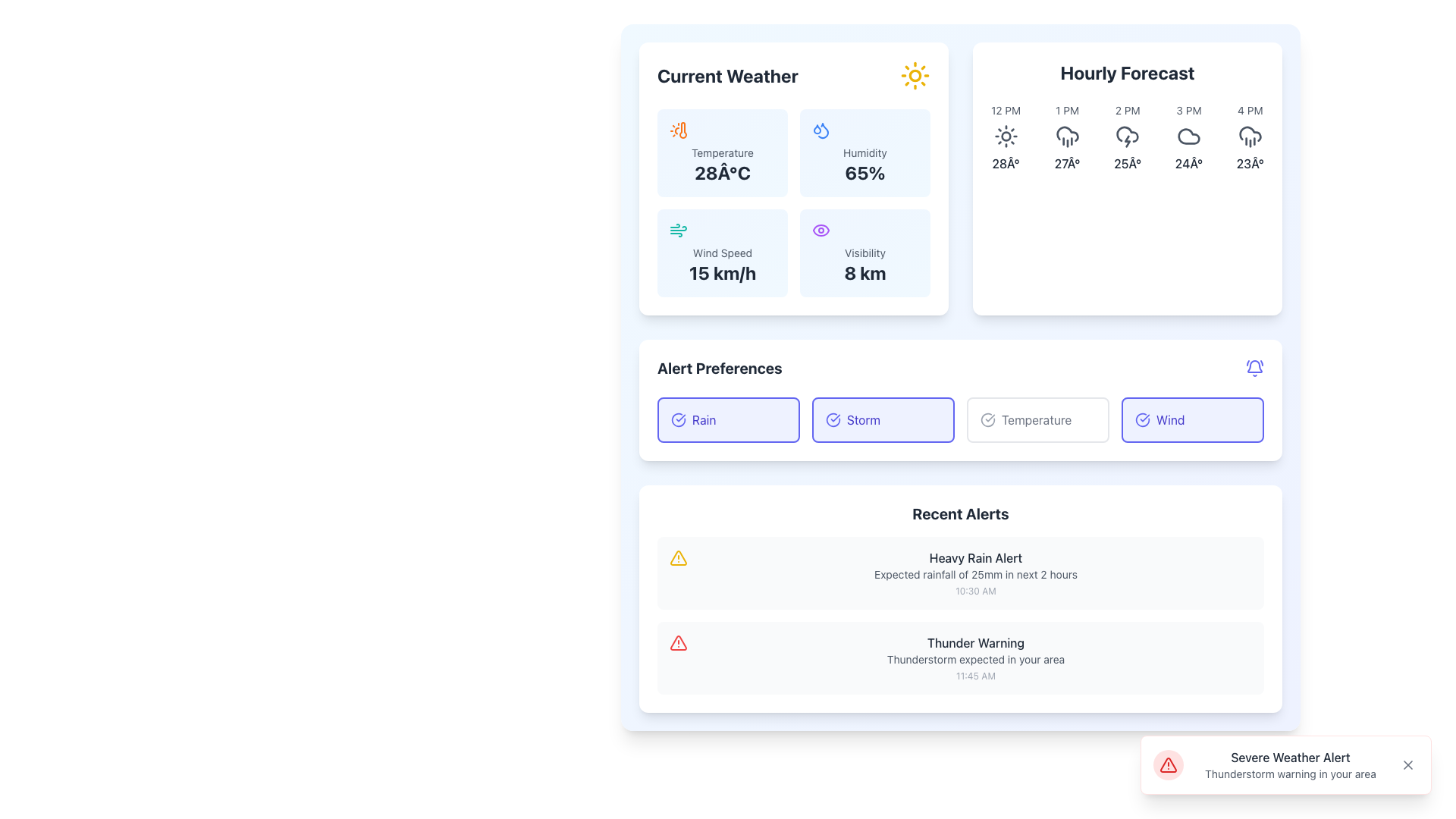 This screenshot has width=1456, height=819. Describe the element at coordinates (822, 130) in the screenshot. I see `the humidity icon located to the left of the '65%' text in the 'Current Weather' panel` at that location.